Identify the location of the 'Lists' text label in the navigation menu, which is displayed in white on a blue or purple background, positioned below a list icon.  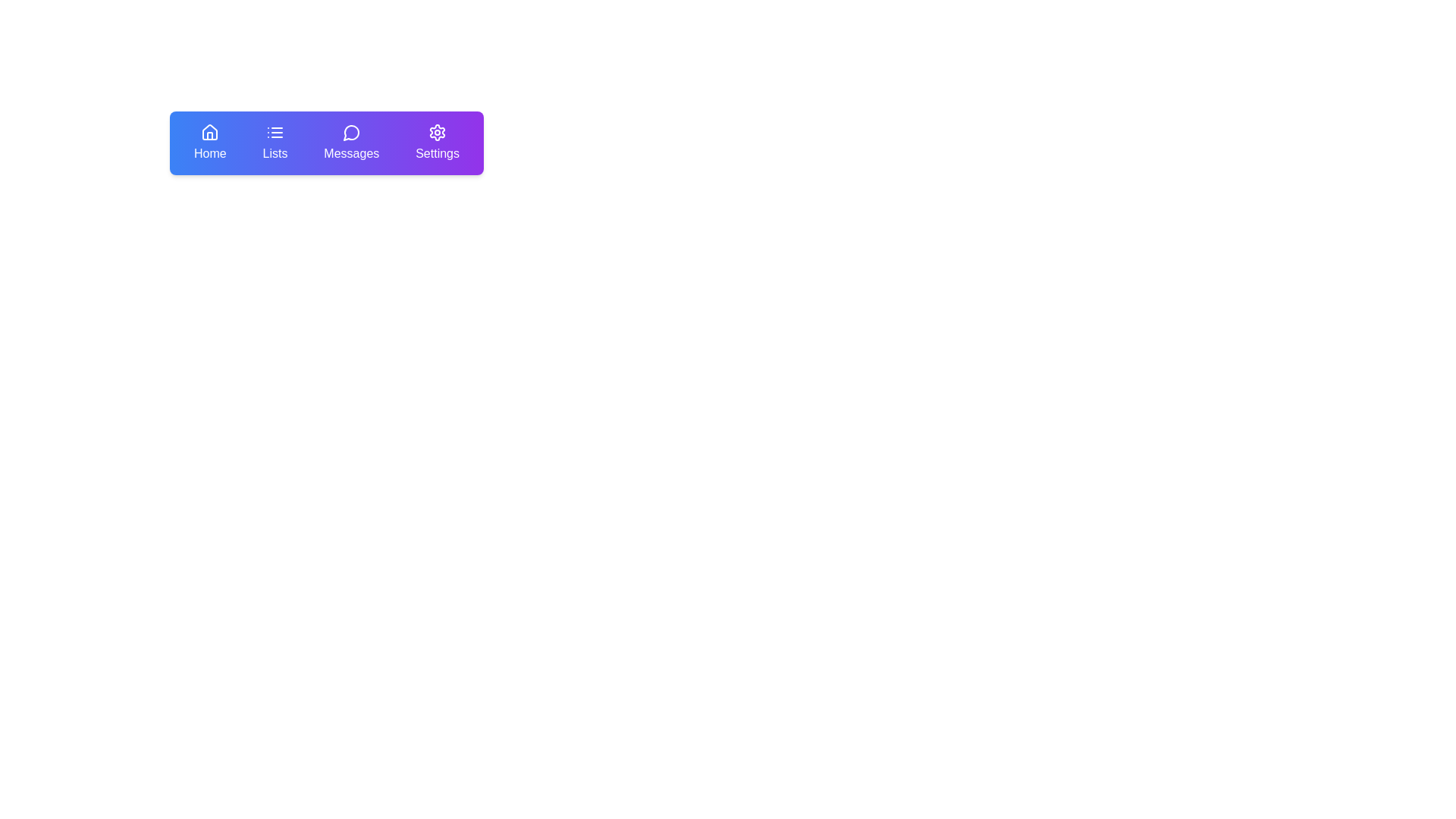
(275, 154).